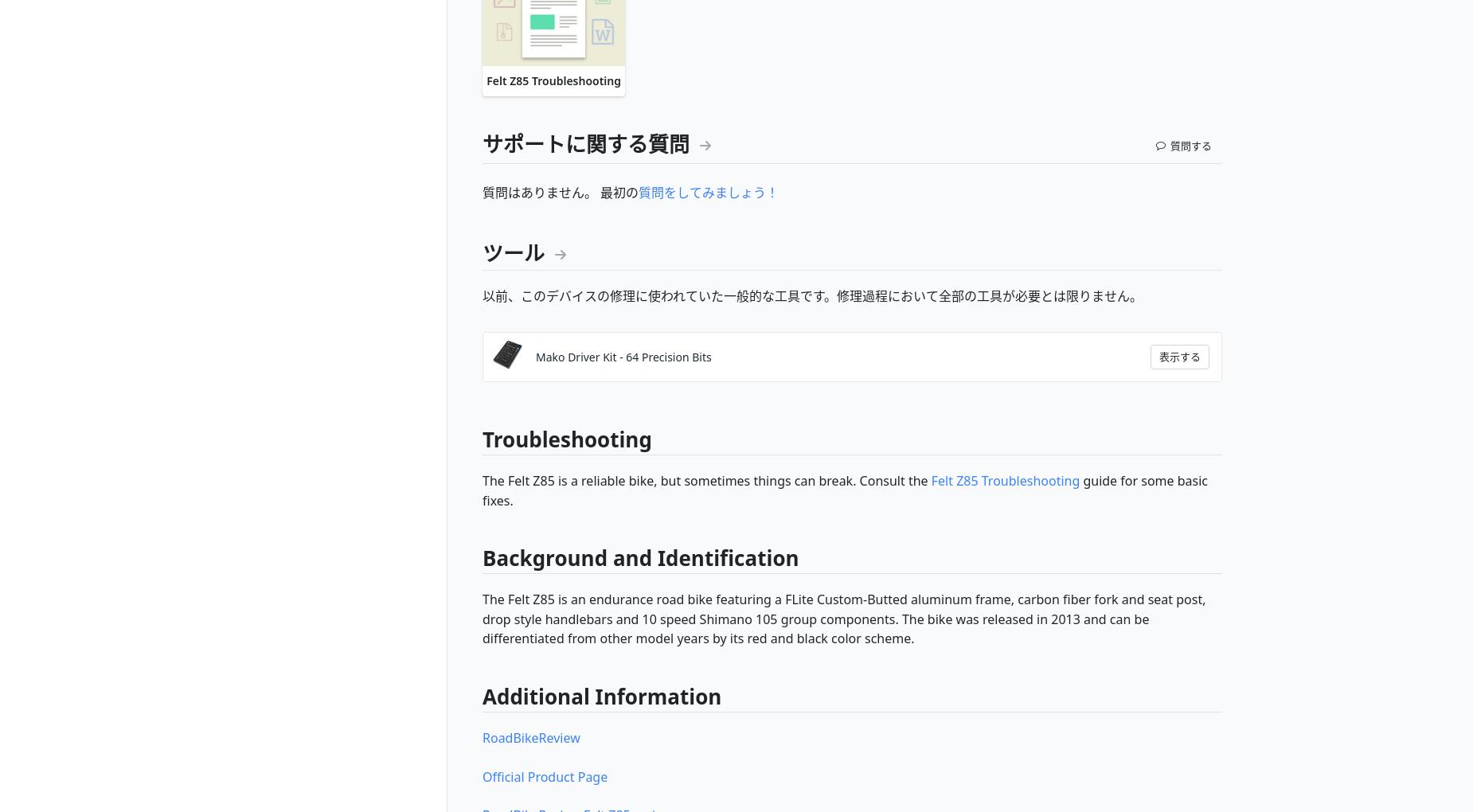  What do you see at coordinates (640, 557) in the screenshot?
I see `'Background and Identification'` at bounding box center [640, 557].